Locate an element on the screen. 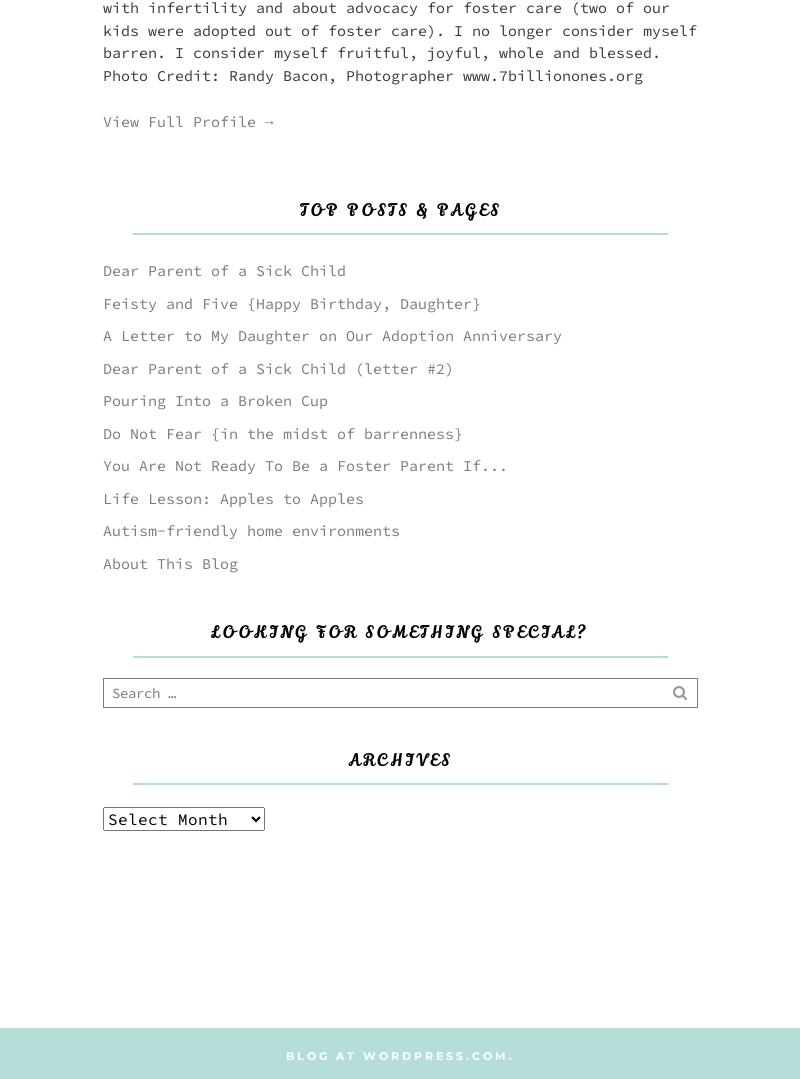 The image size is (800, 1079). 'Archives' is located at coordinates (400, 759).